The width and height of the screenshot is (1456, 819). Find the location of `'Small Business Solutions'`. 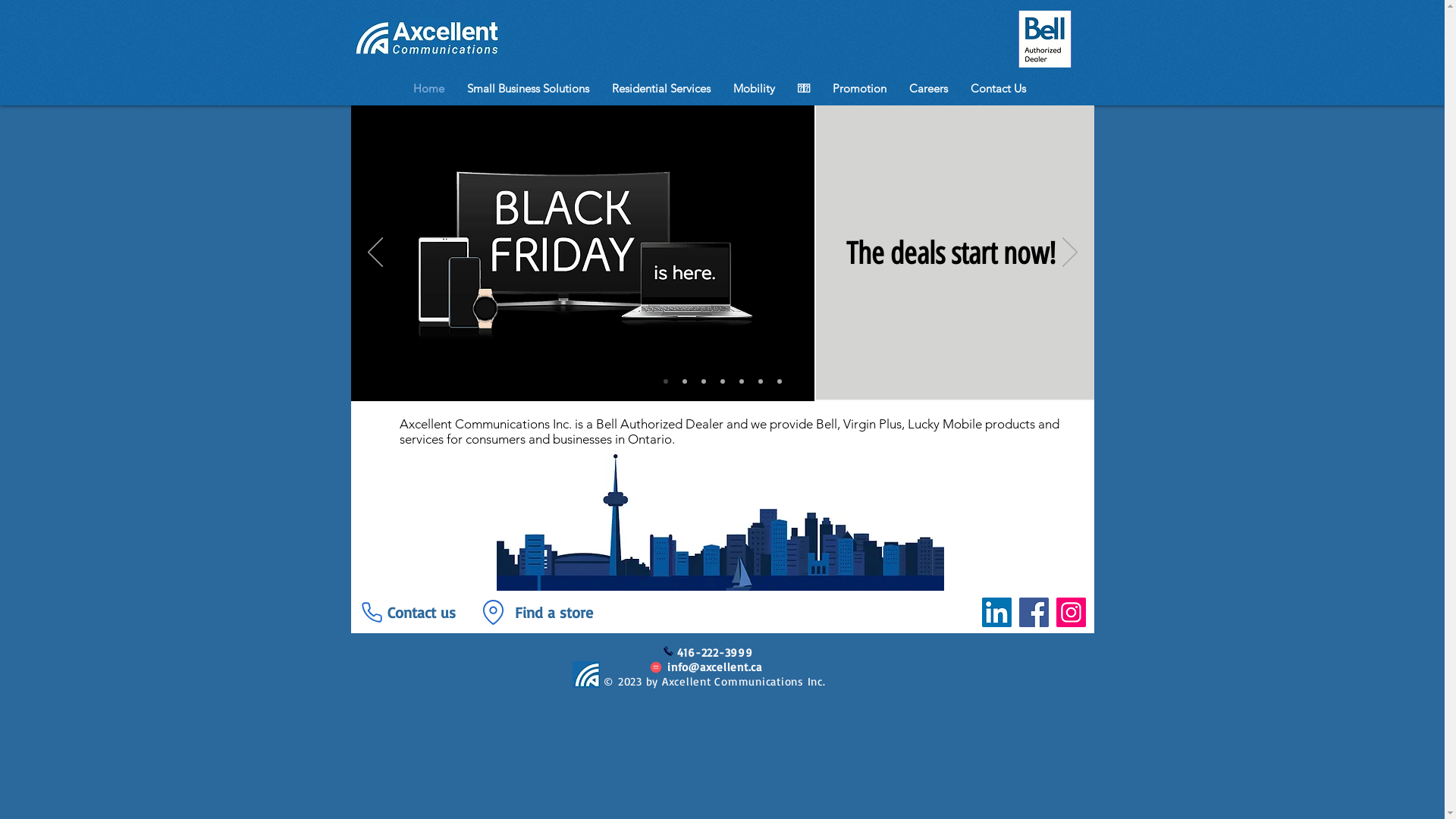

'Small Business Solutions' is located at coordinates (528, 88).